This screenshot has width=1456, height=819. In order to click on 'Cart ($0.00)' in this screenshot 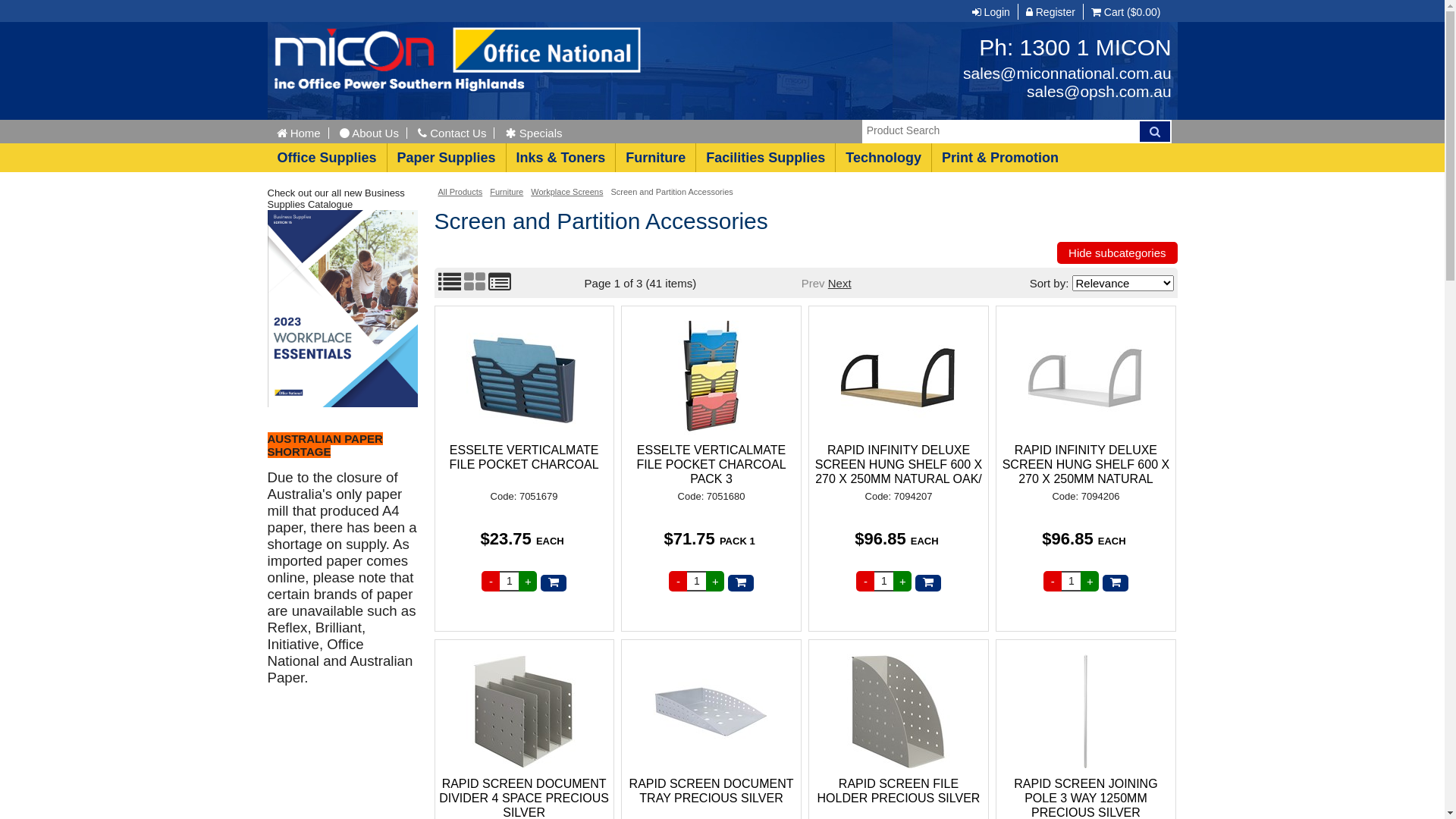, I will do `click(1125, 11)`.